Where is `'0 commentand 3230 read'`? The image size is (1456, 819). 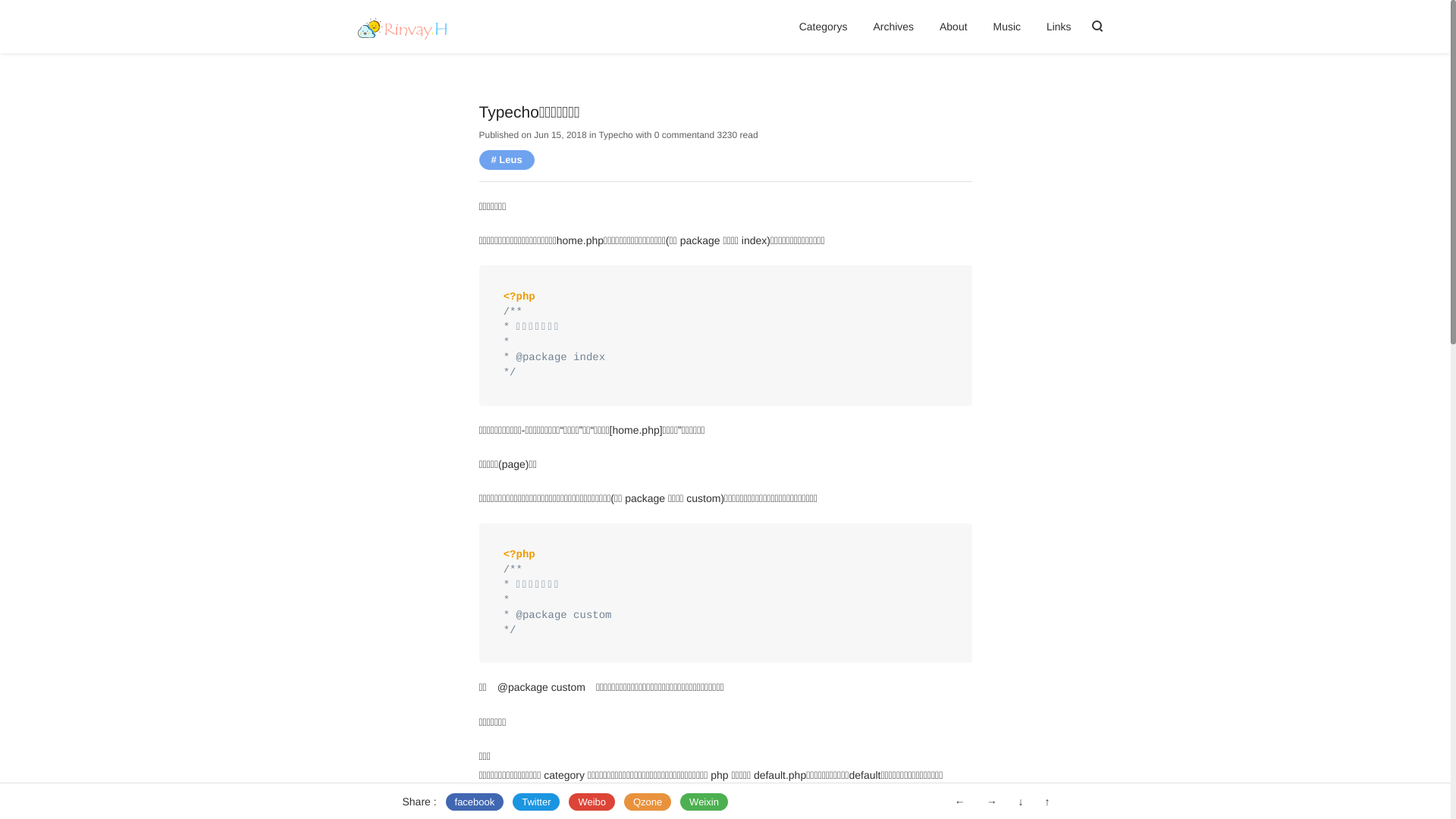 '0 commentand 3230 read' is located at coordinates (705, 133).